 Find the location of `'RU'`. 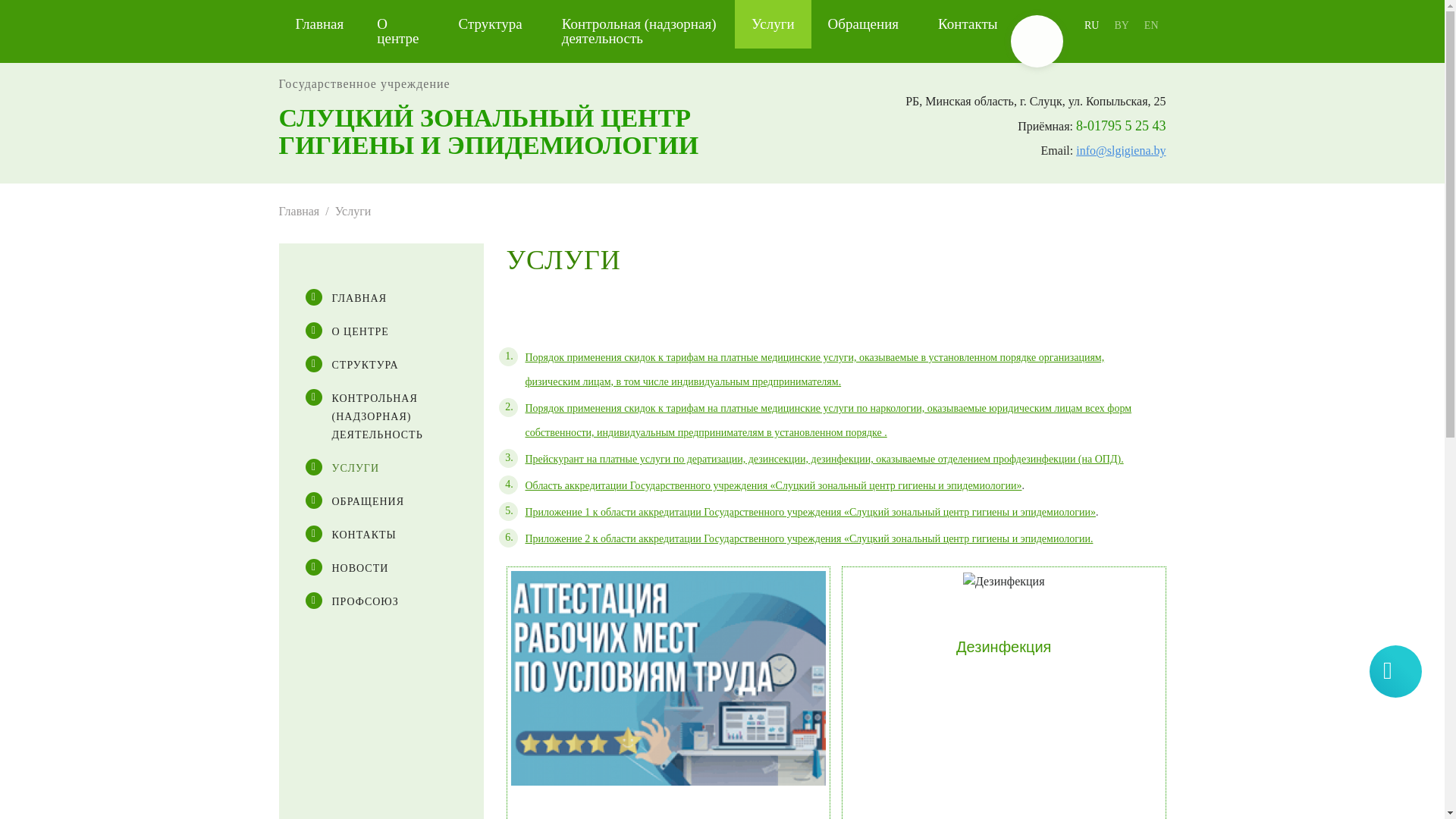

'RU' is located at coordinates (1090, 25).